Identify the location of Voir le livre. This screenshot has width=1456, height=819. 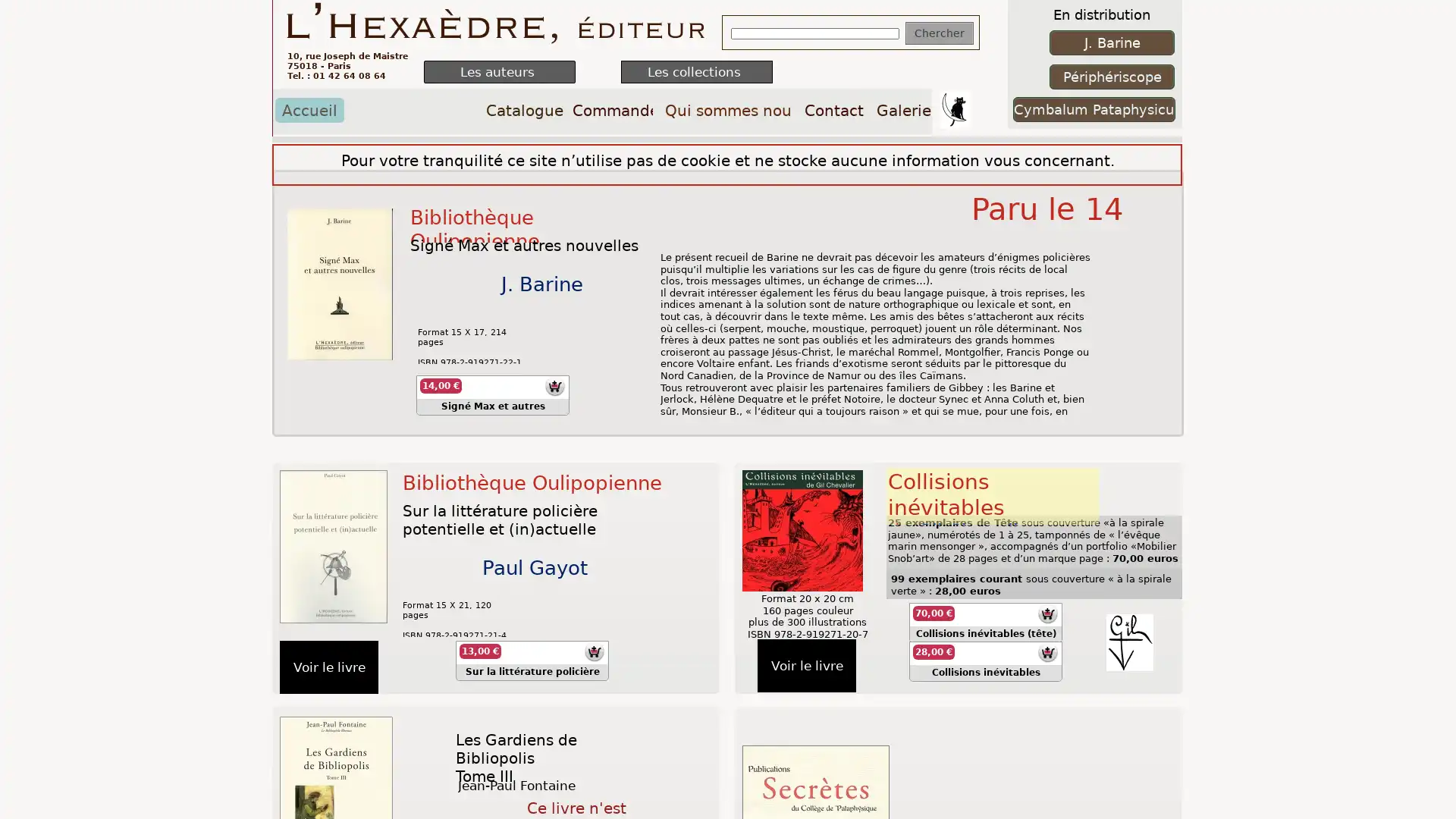
(806, 665).